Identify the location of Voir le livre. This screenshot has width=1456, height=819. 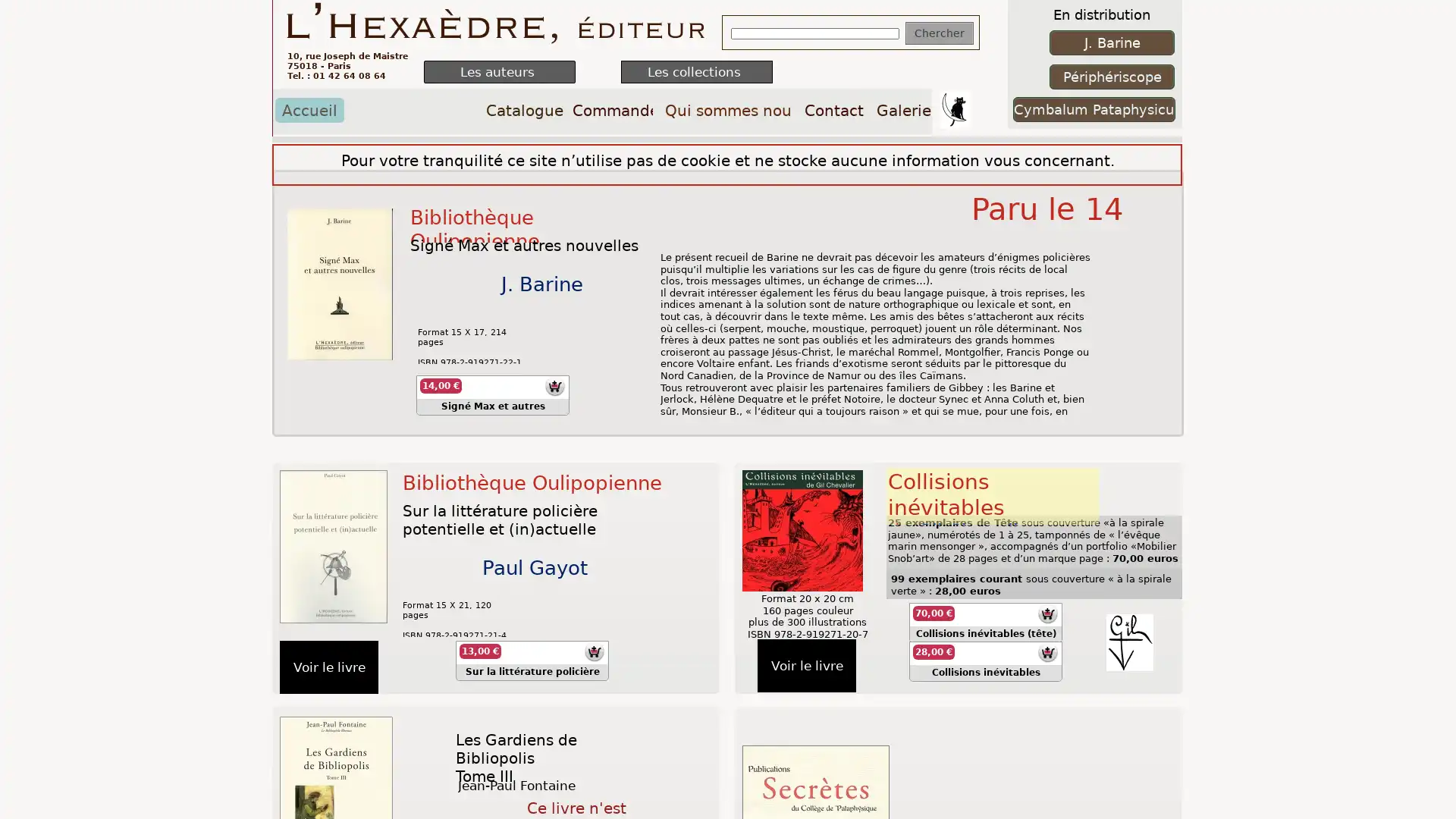
(806, 665).